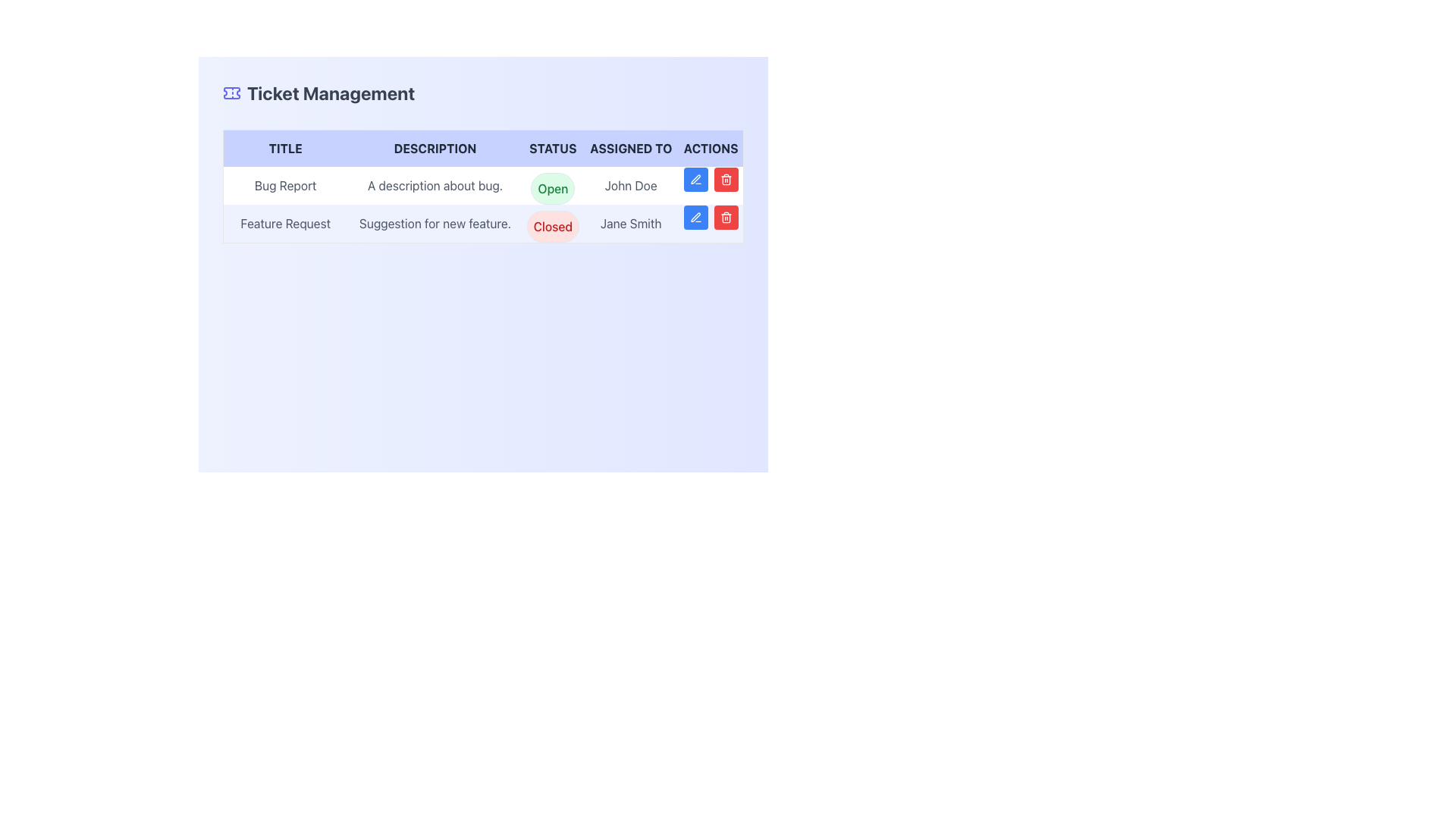 This screenshot has width=1456, height=819. What do you see at coordinates (725, 217) in the screenshot?
I see `the deletion button in the 'Actions' column of the second row in the table for the 'Feature Request' entry` at bounding box center [725, 217].